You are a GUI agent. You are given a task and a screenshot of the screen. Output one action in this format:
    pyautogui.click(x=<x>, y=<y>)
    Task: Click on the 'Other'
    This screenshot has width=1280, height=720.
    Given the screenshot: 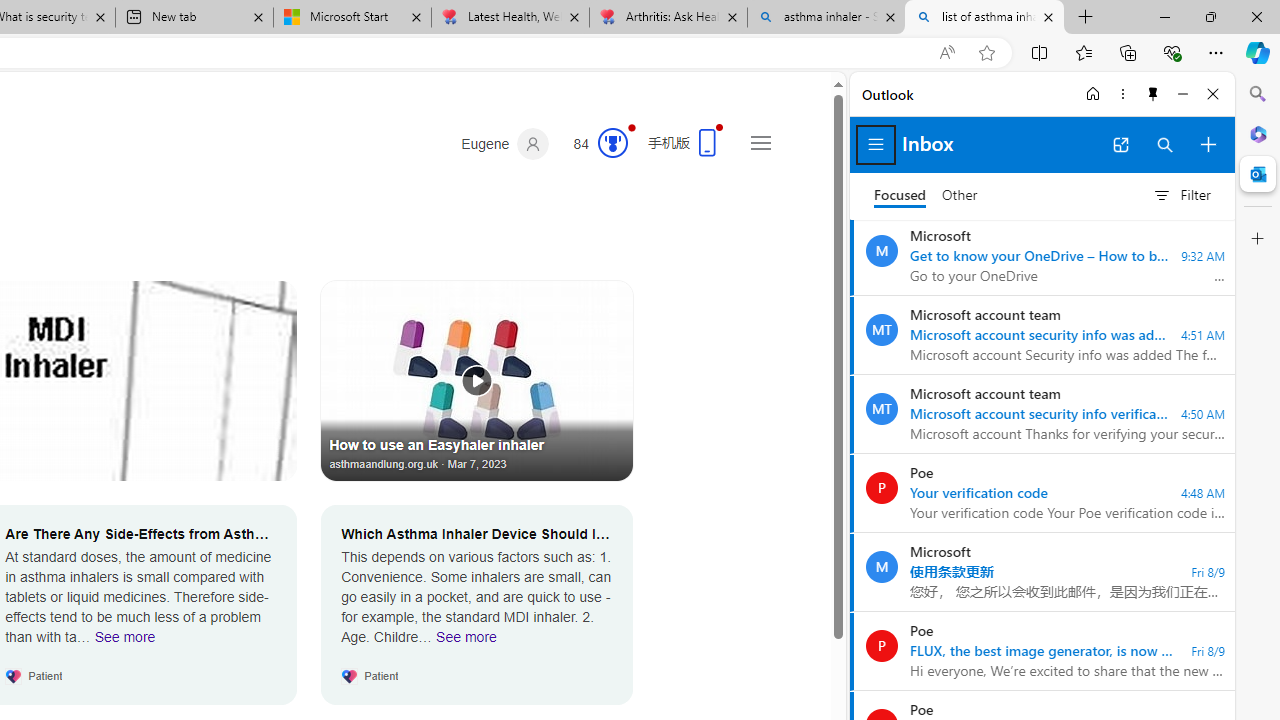 What is the action you would take?
    pyautogui.click(x=960, y=195)
    